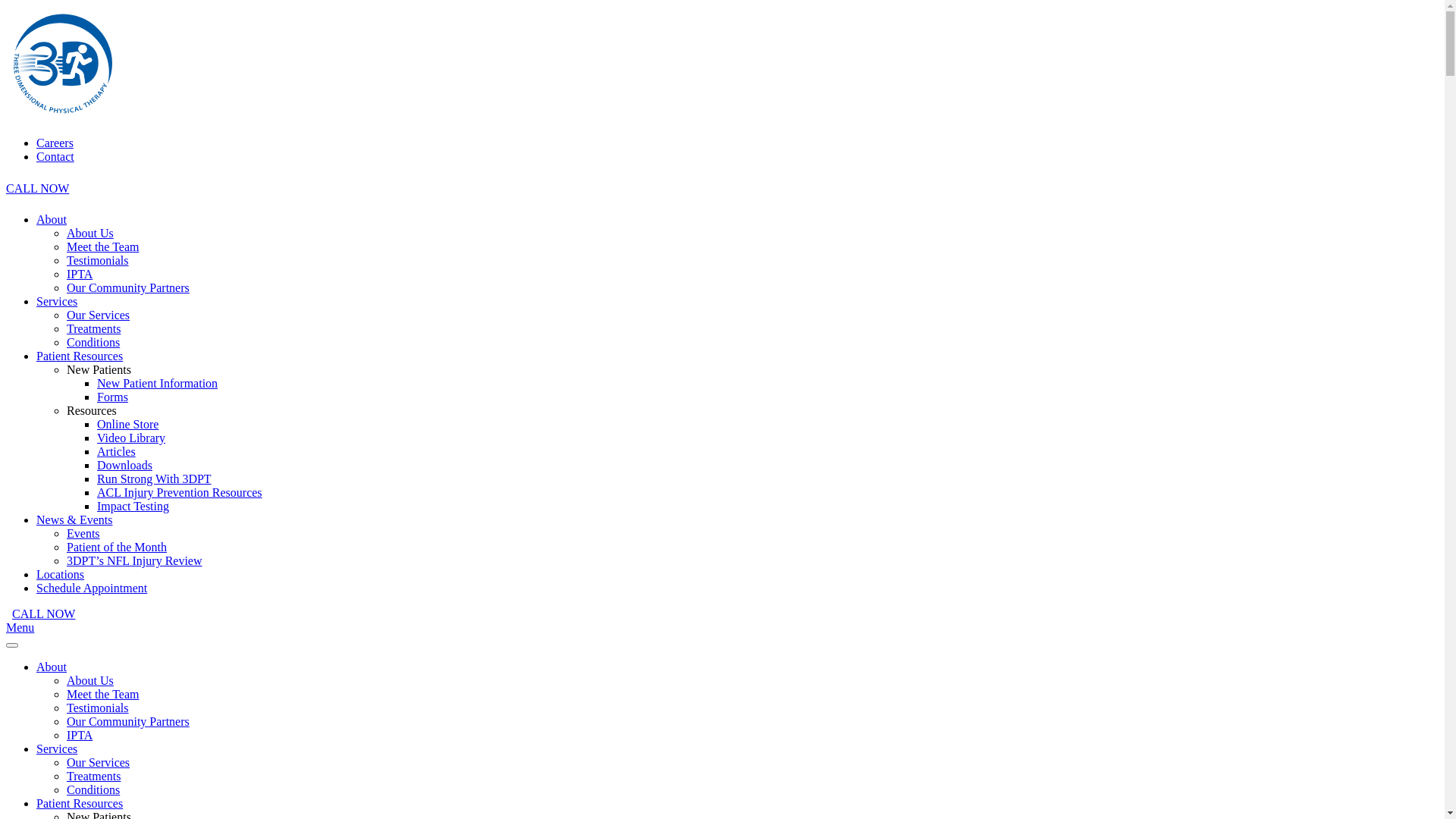 The image size is (1456, 819). I want to click on 'Articles', so click(96, 450).